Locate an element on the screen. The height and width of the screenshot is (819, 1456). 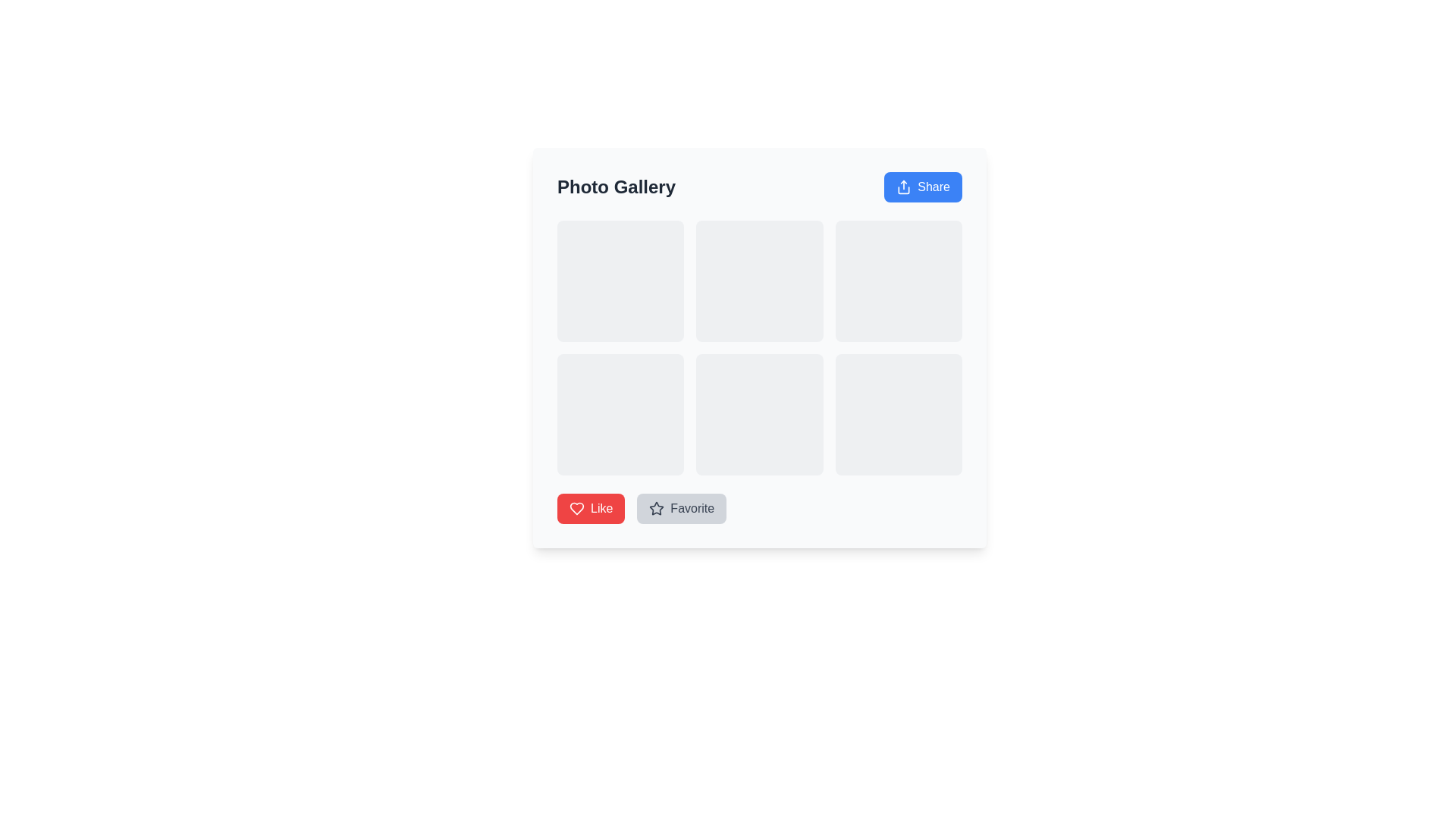
the 'Favorite' button, which has a light gray background, rounded corners, and a dark gray text label with a star icon to the left is located at coordinates (681, 509).